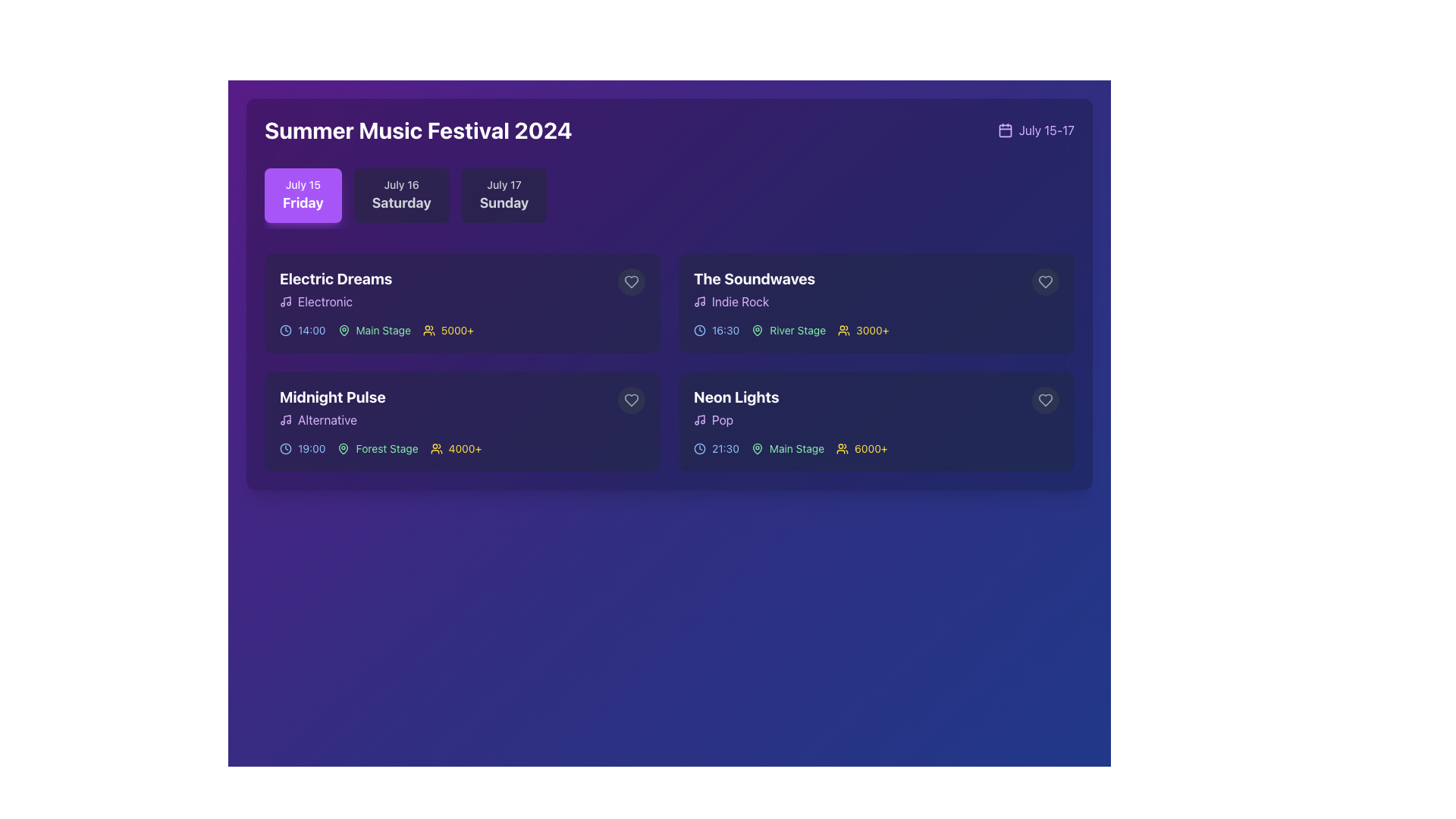  I want to click on the clock icon located in the second row, rightmost card labeled 'Neon Lights', which visually indicates the time '21:30', so click(698, 447).